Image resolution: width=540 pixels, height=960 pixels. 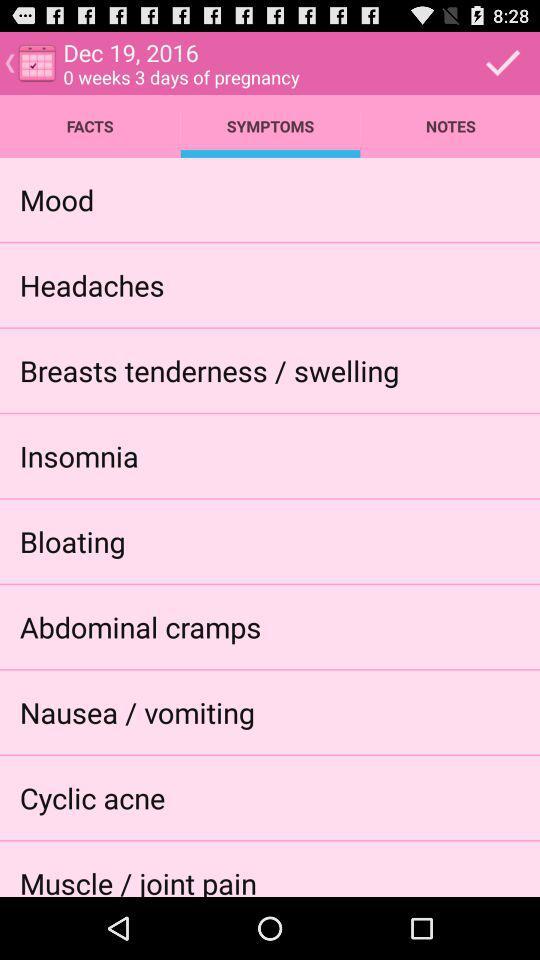 I want to click on save, so click(x=502, y=62).